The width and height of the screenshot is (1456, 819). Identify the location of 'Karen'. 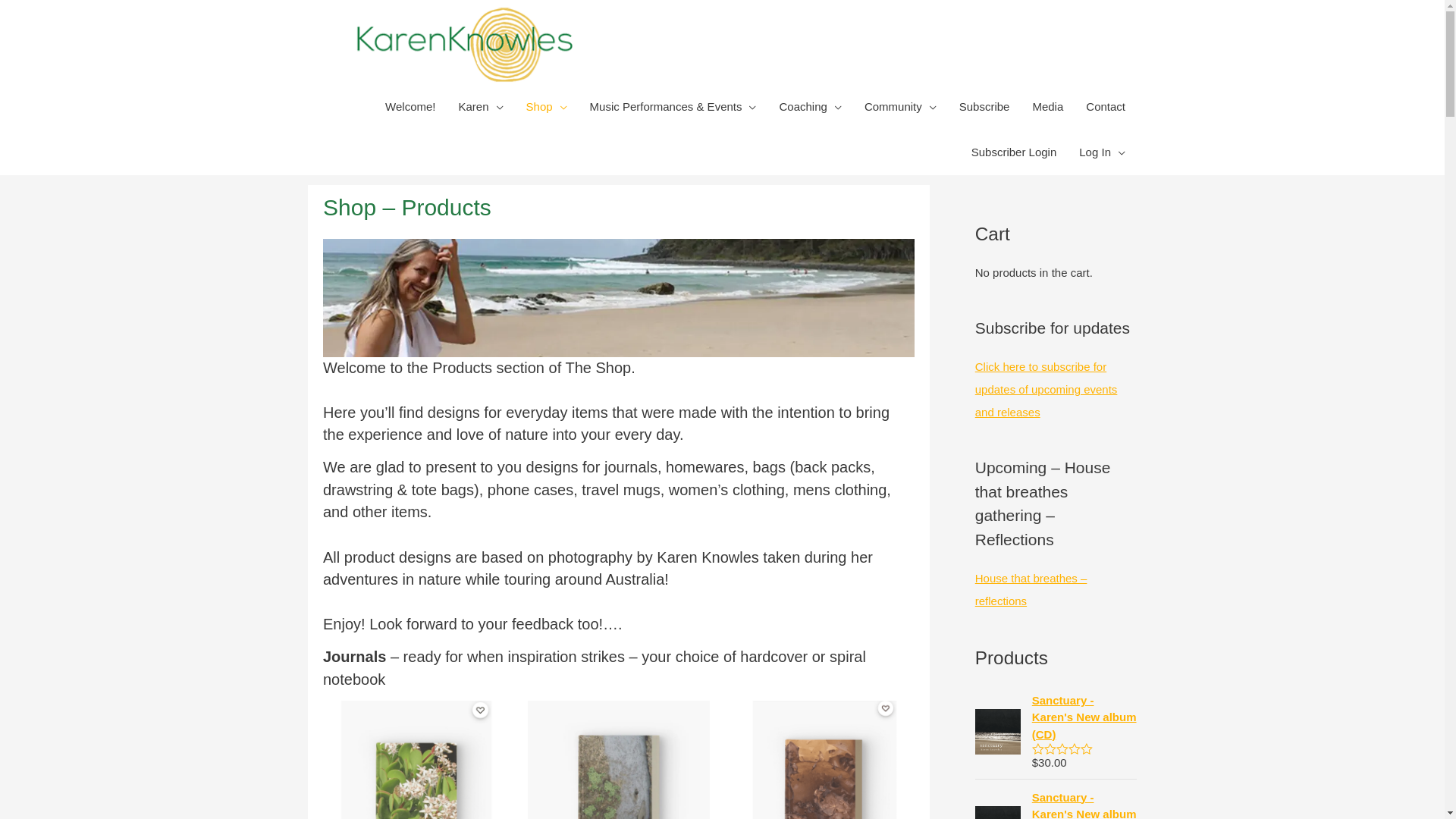
(447, 106).